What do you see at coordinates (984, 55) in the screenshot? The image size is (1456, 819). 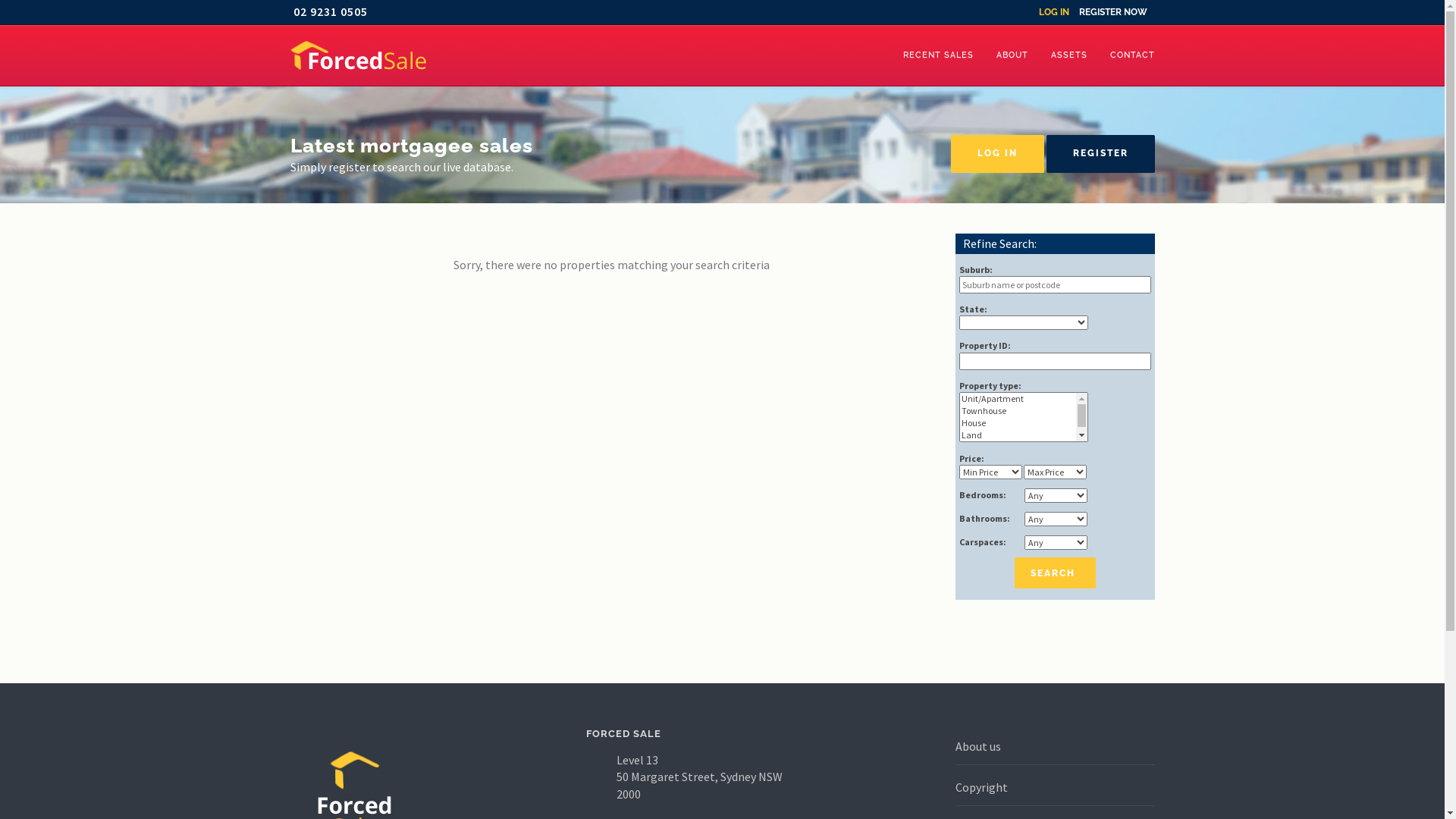 I see `'ABOUT'` at bounding box center [984, 55].